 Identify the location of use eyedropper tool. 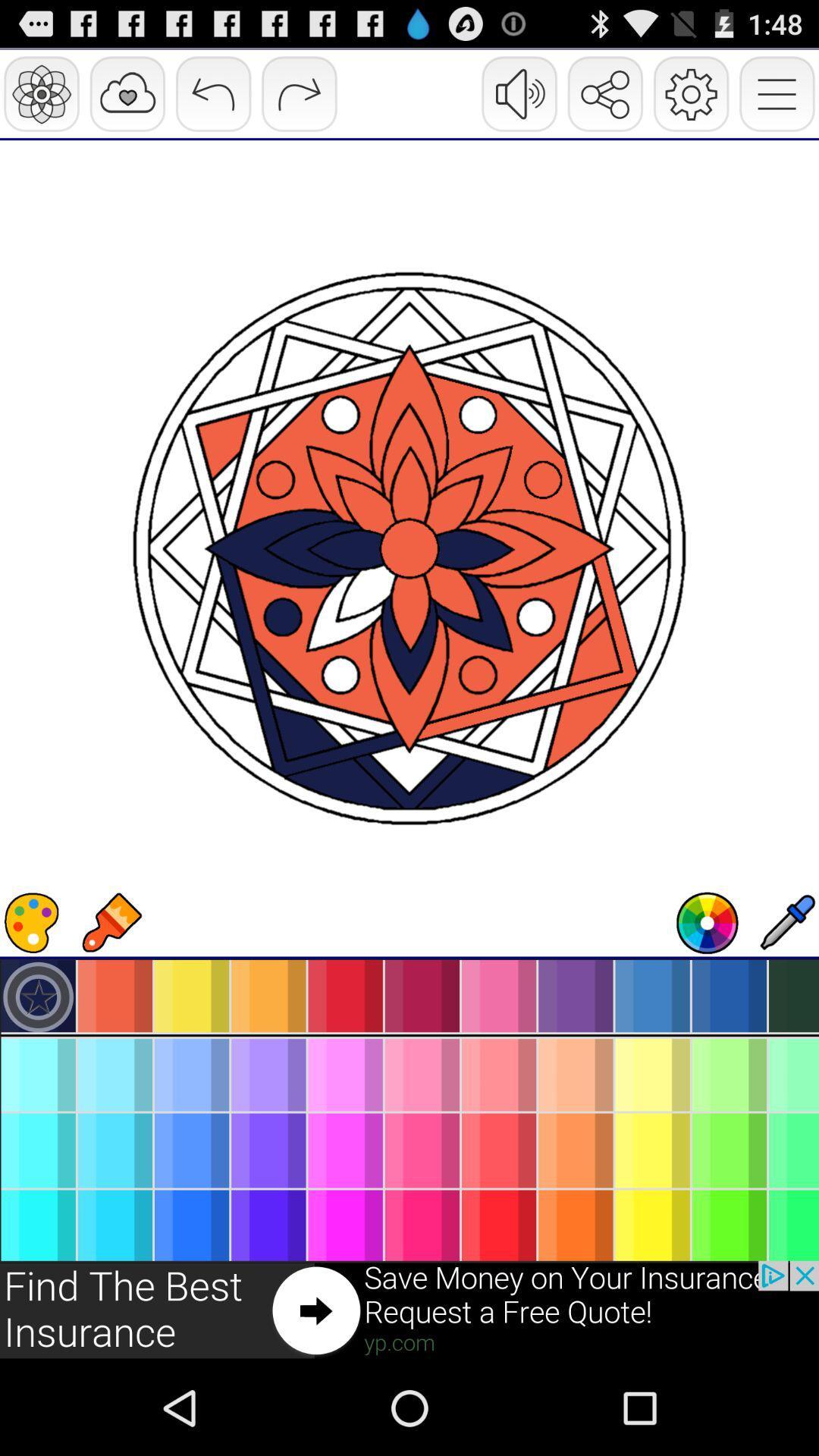
(786, 922).